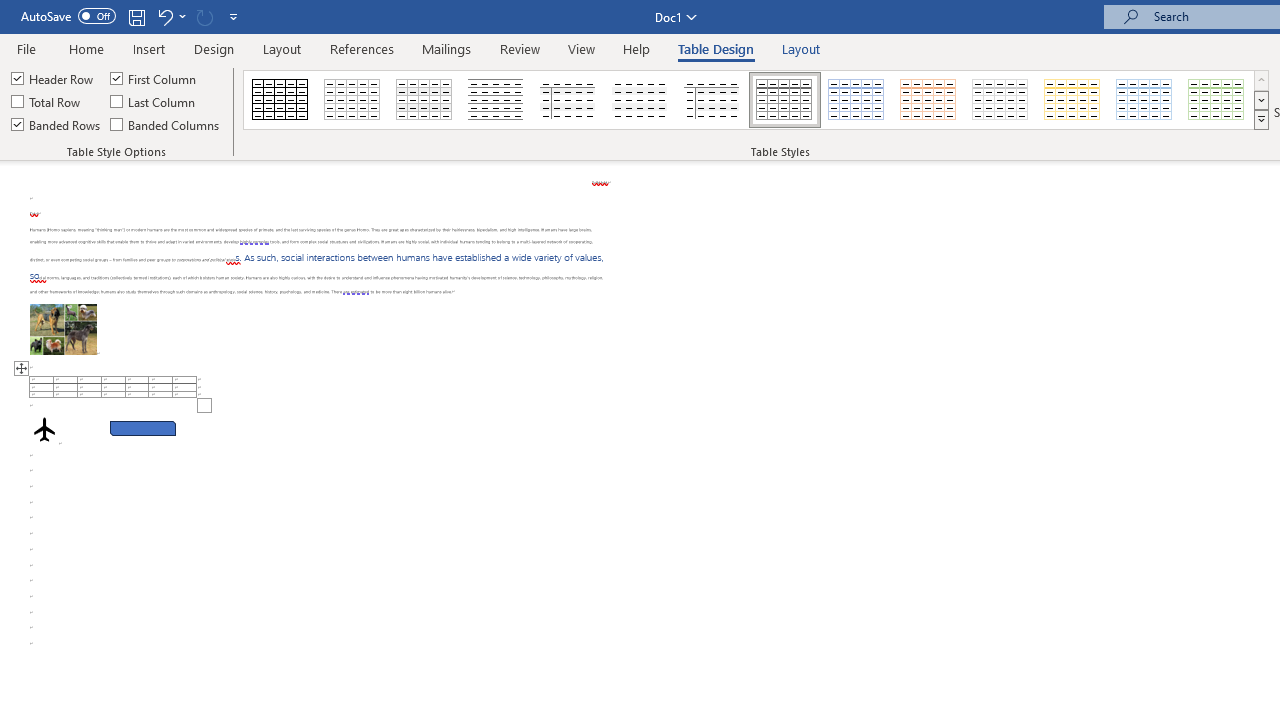 The image size is (1280, 720). I want to click on 'Banded Rows', so click(57, 124).